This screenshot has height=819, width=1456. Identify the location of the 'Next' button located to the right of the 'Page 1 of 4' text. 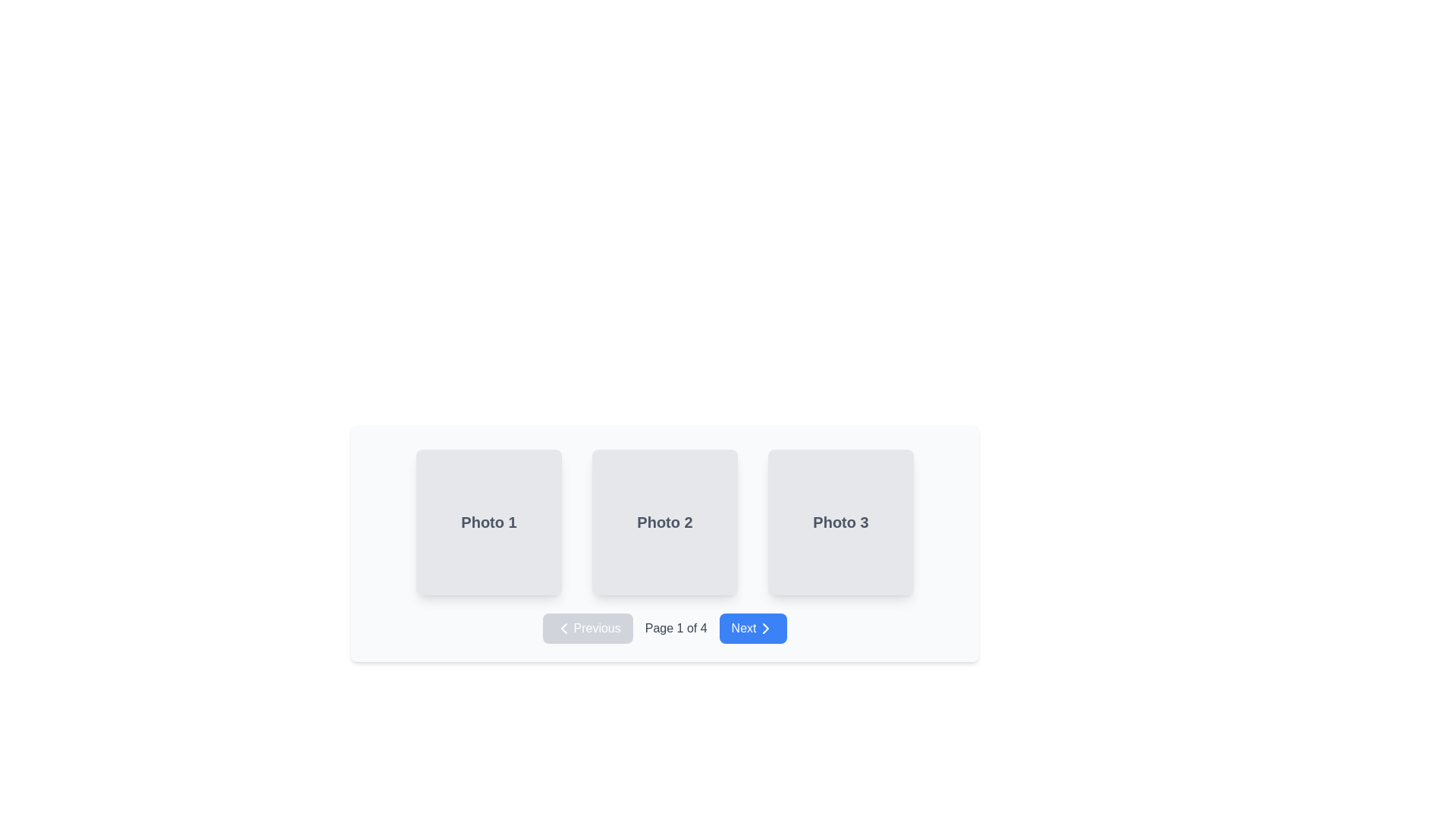
(753, 629).